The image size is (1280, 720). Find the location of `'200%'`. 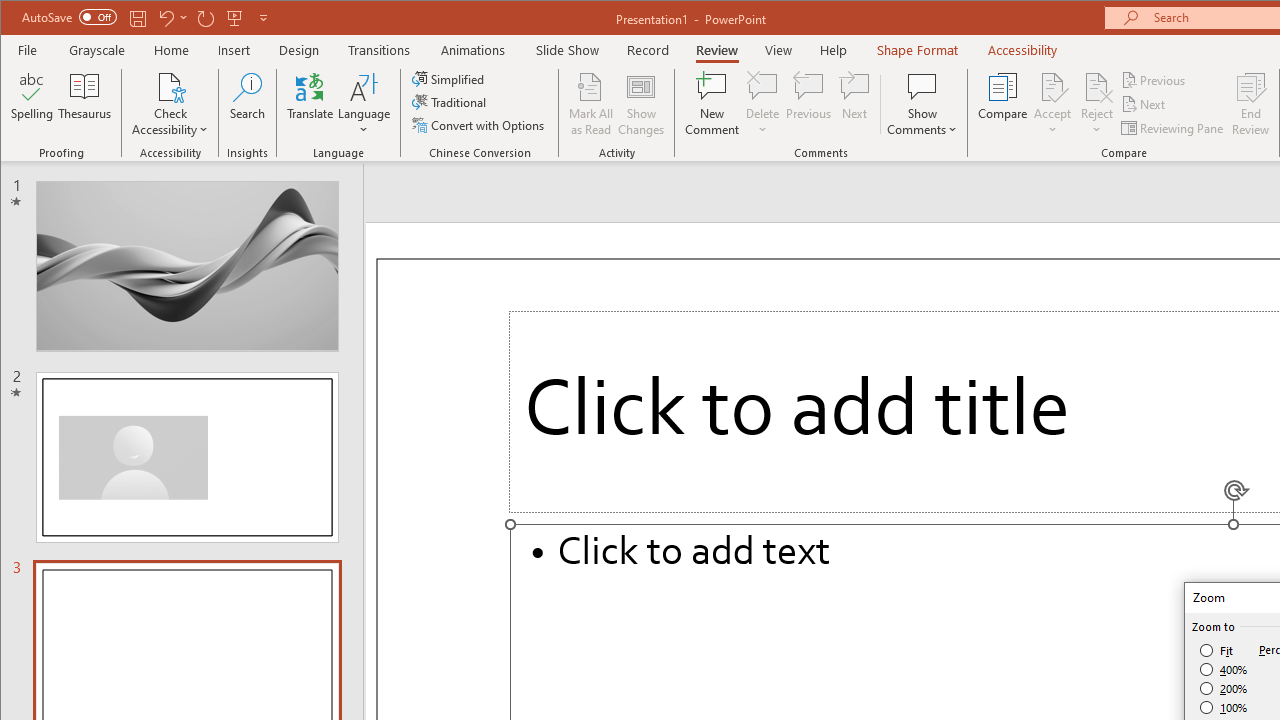

'200%' is located at coordinates (1223, 688).